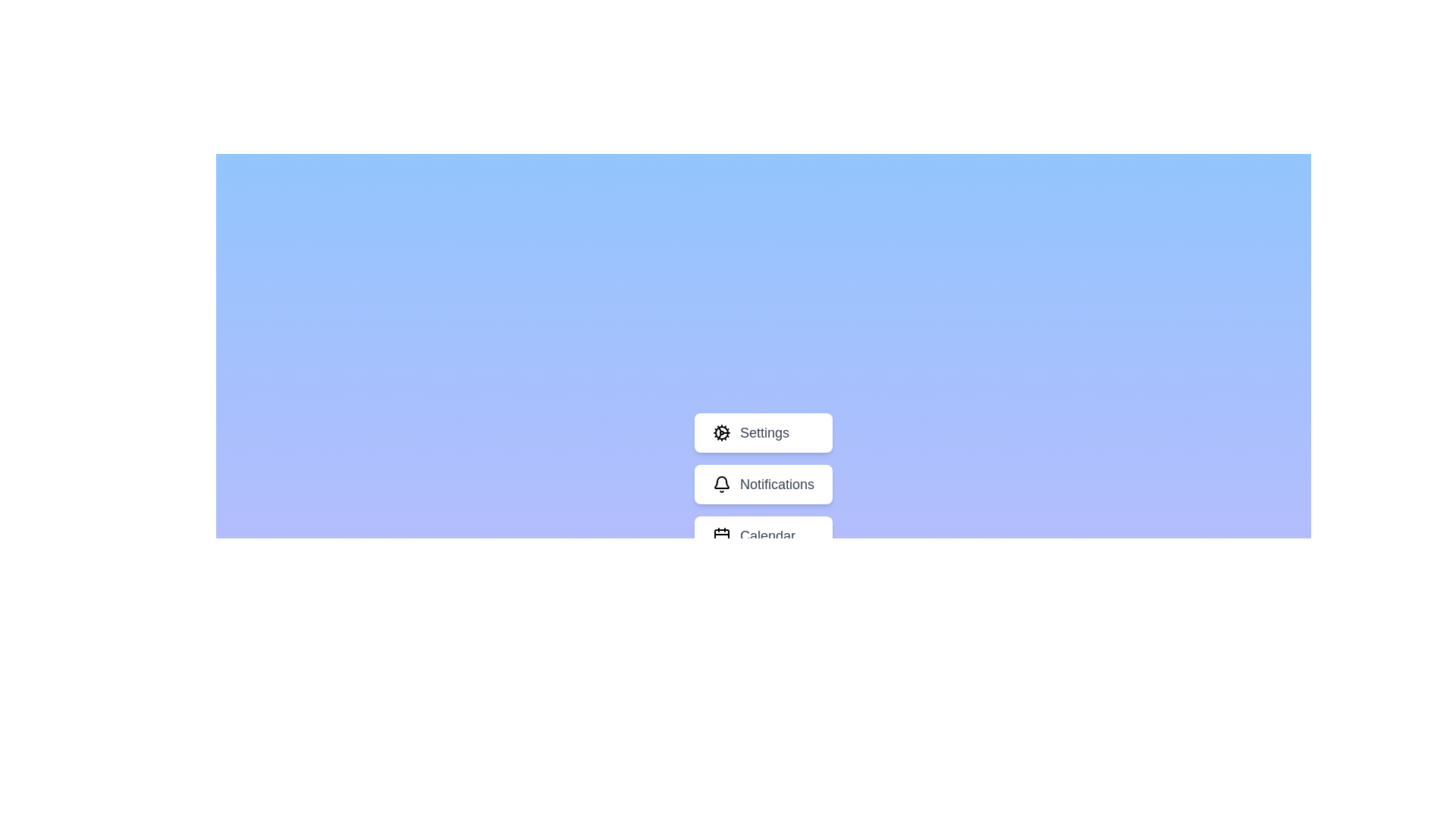  Describe the element at coordinates (764, 485) in the screenshot. I see `the button labeled 'Notifications'` at that location.